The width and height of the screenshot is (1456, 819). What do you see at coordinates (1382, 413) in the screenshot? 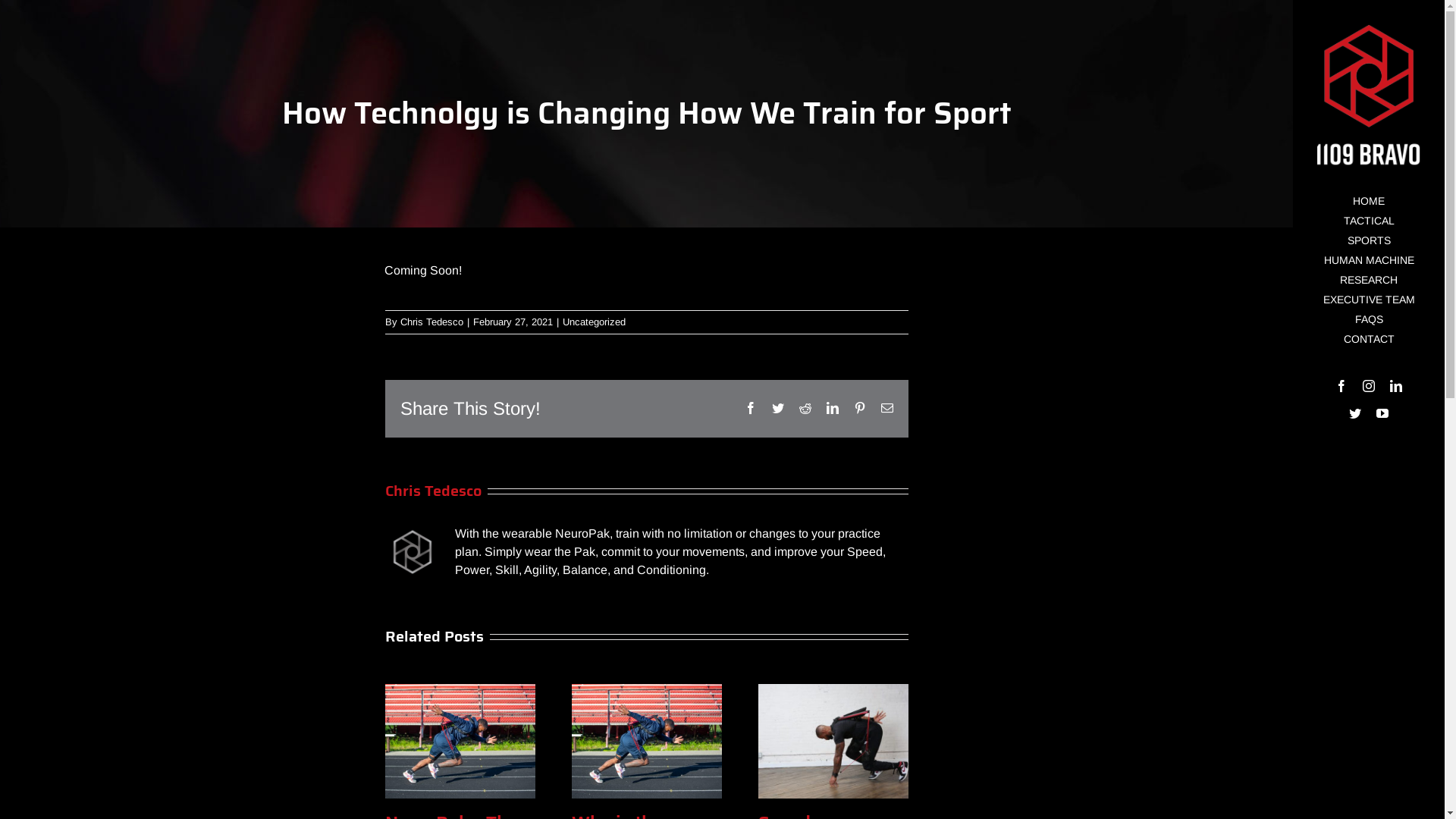
I see `'YouTube'` at bounding box center [1382, 413].